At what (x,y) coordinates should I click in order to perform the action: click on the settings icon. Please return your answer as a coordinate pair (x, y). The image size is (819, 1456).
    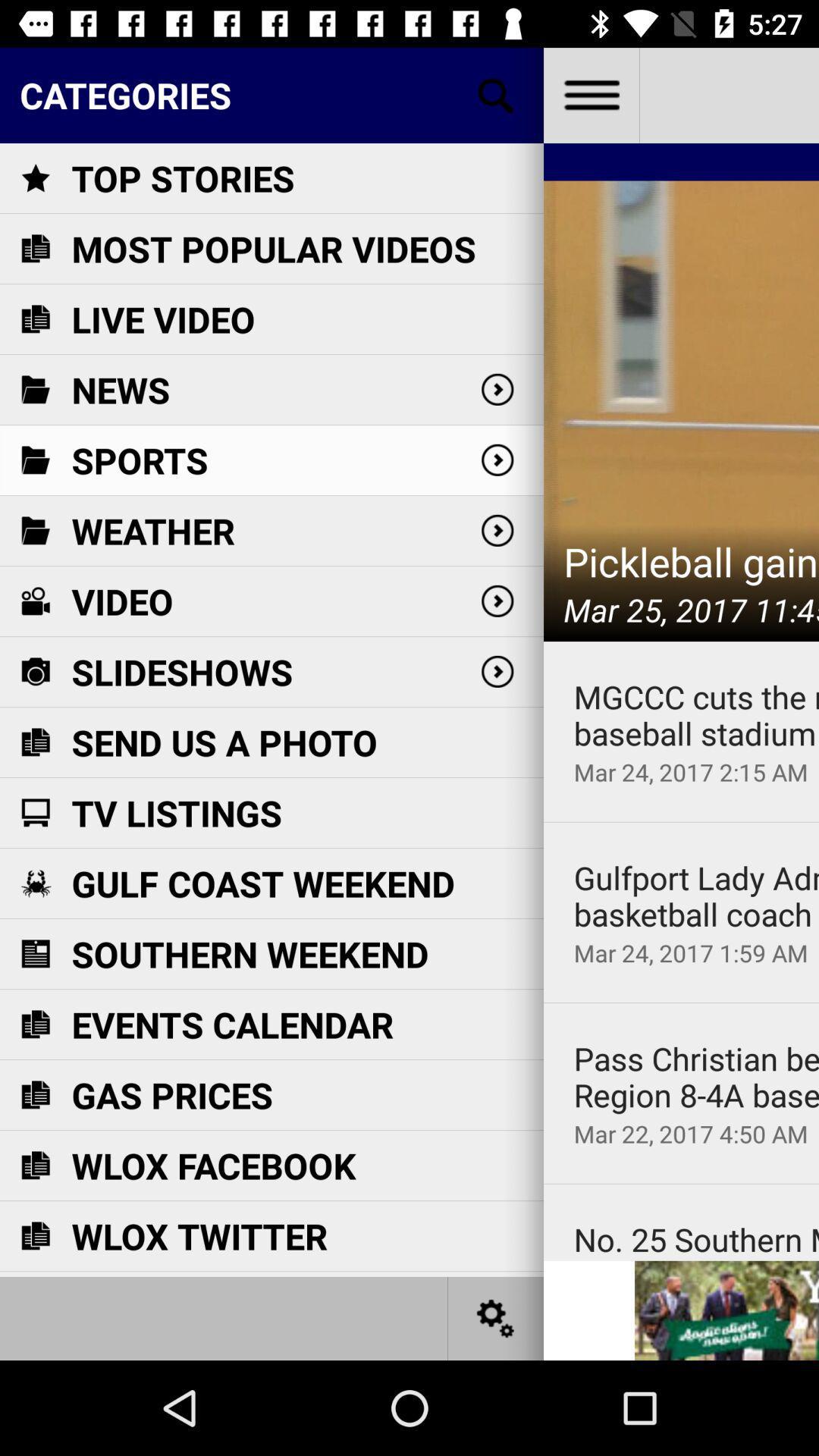
    Looking at the image, I should click on (496, 1317).